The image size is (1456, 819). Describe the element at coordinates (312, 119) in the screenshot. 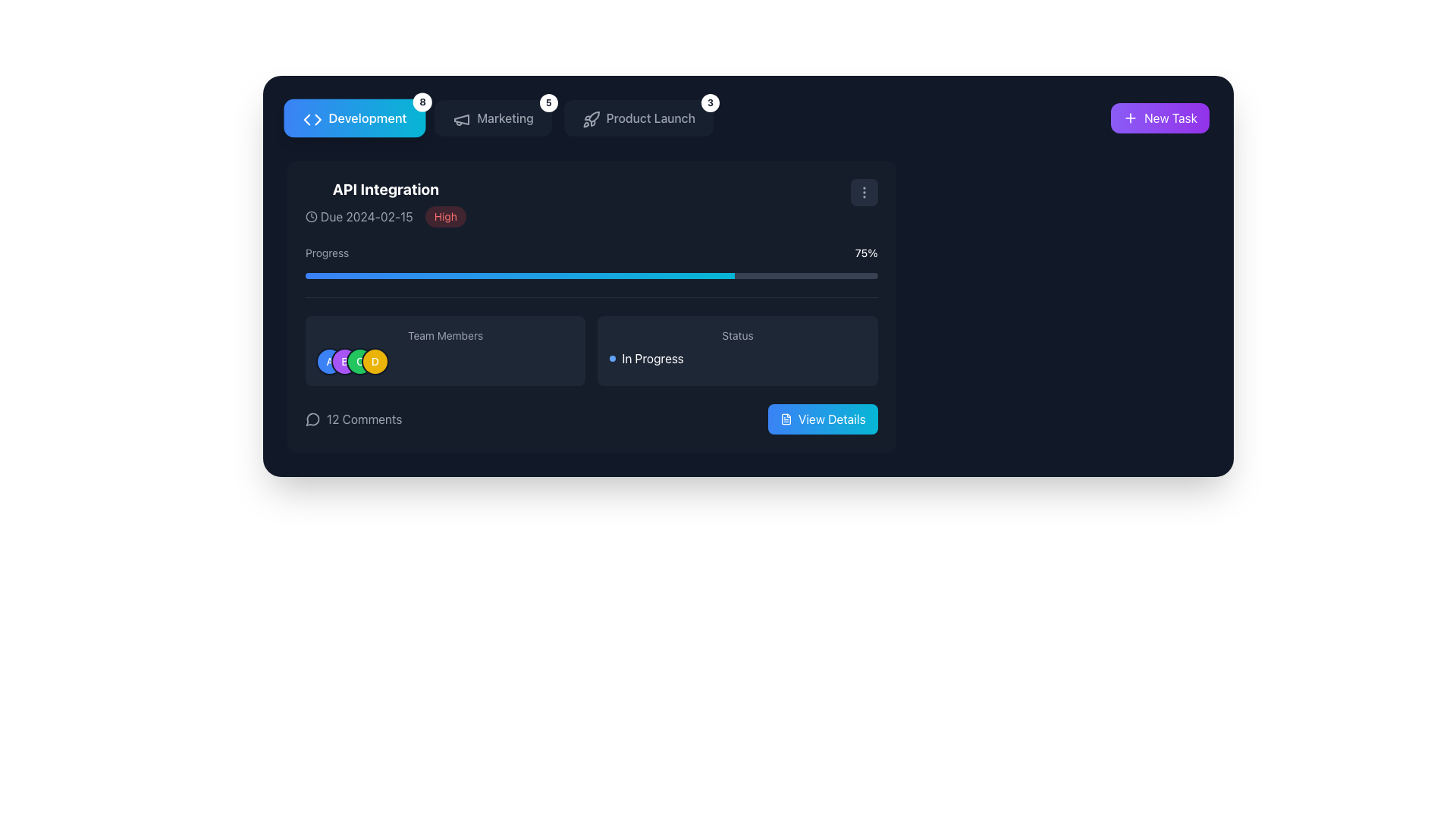

I see `the code symbol icon within the blue 'Development' tab located in the upper left section of the interface` at that location.